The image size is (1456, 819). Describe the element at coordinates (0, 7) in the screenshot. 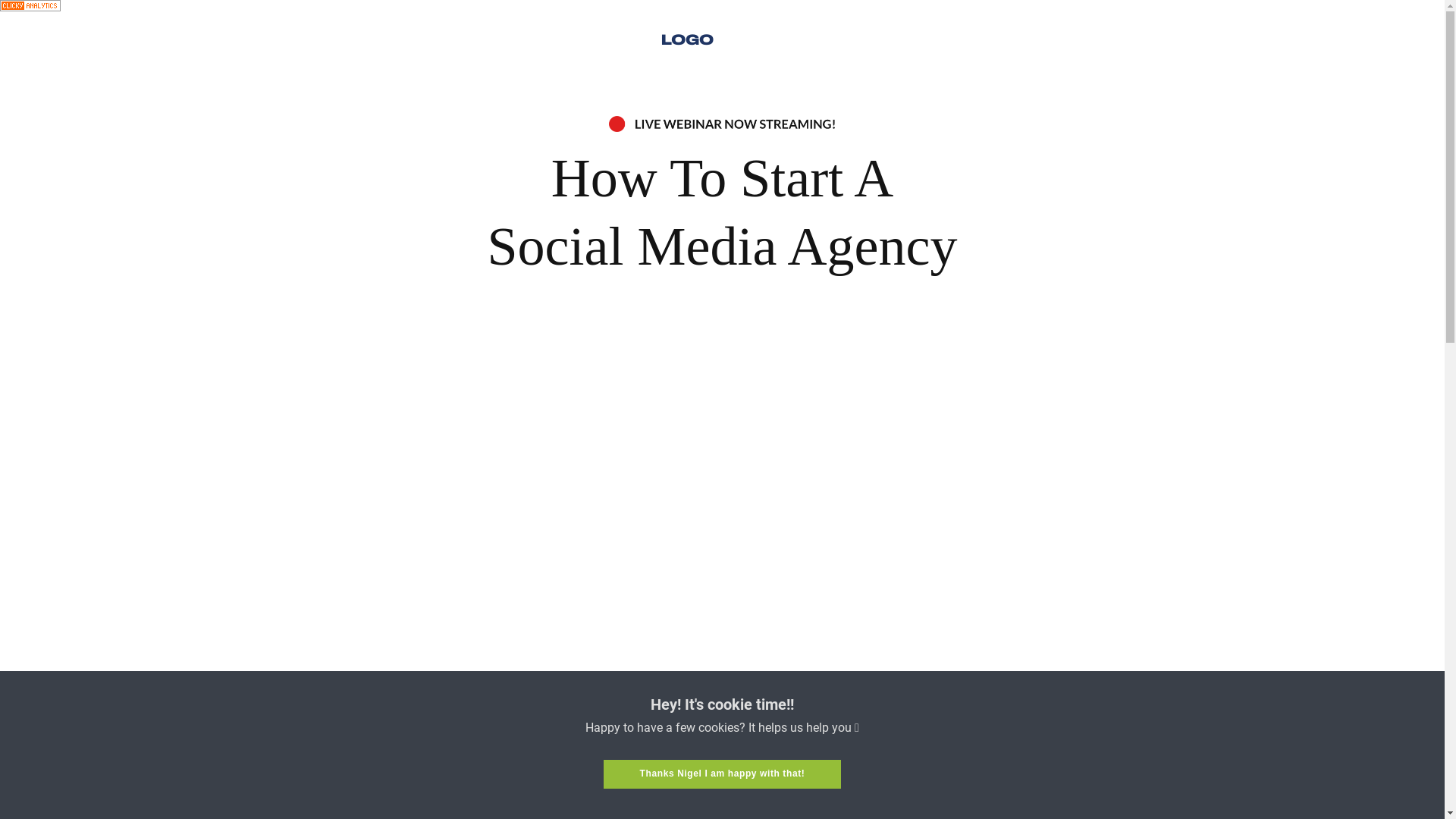

I see `'GDPR-compliant Web Analytics'` at that location.